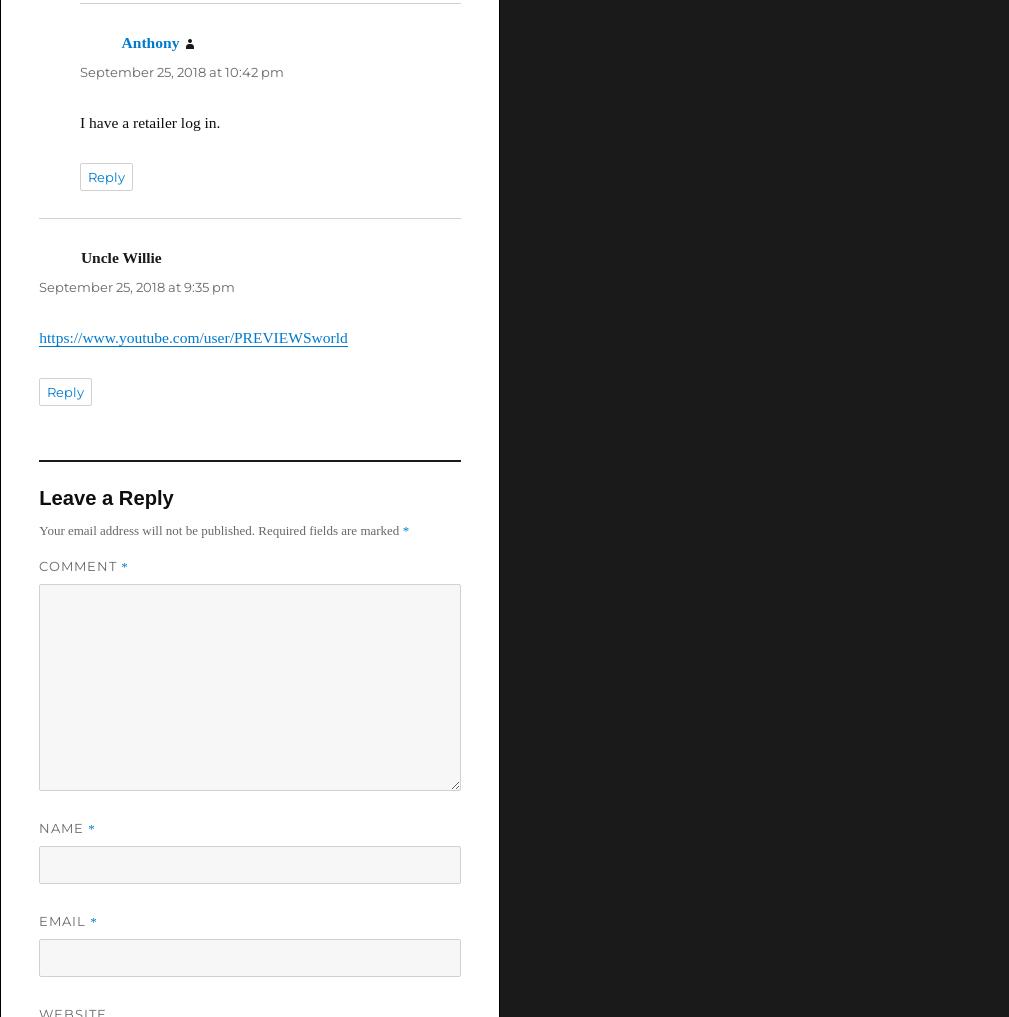  What do you see at coordinates (119, 256) in the screenshot?
I see `'Uncle Willie'` at bounding box center [119, 256].